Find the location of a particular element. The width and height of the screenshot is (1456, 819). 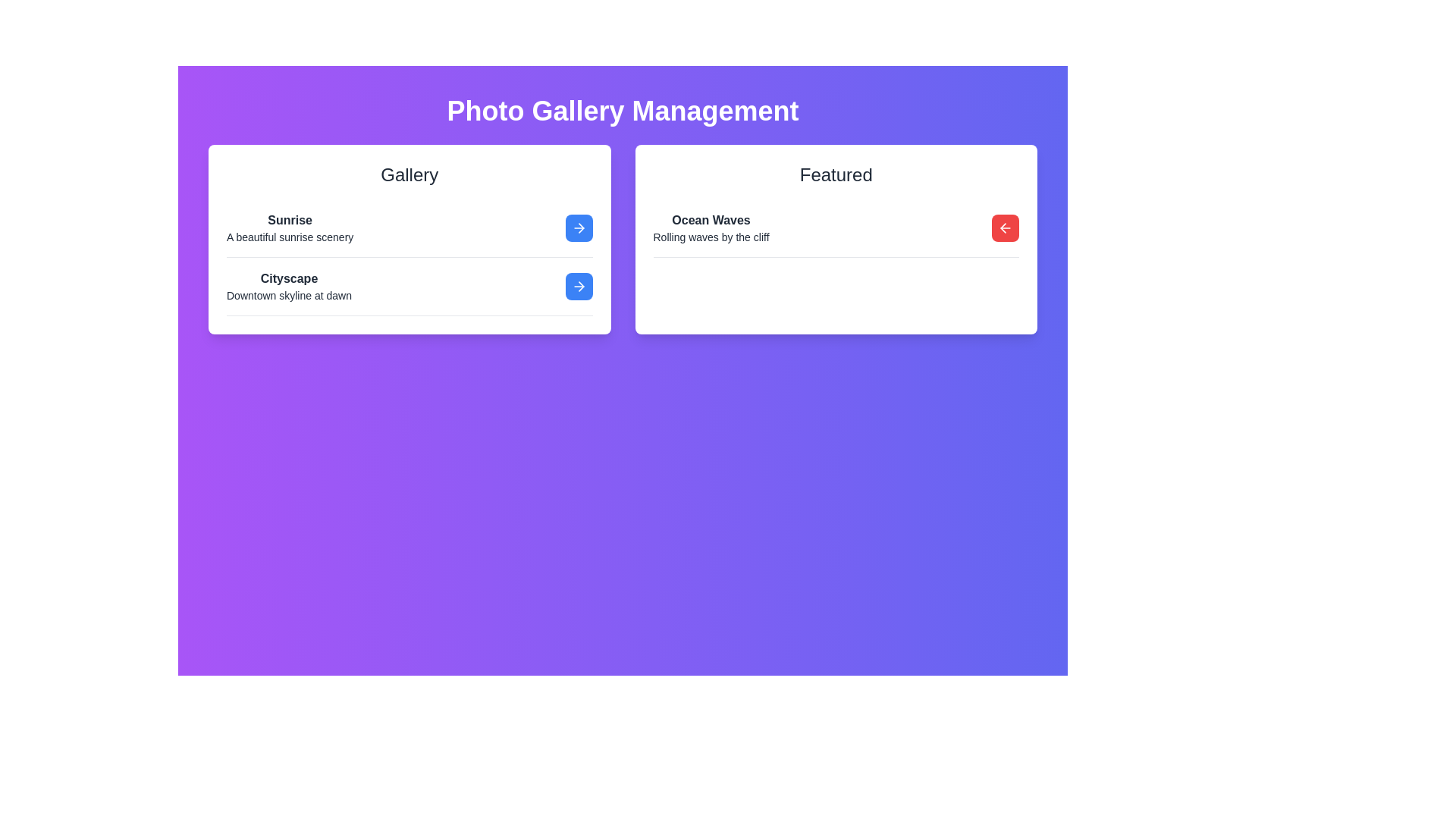

the arrow icon located to the right of the 'Cityscape' label in the second item of the 'Gallery' section is located at coordinates (580, 227).